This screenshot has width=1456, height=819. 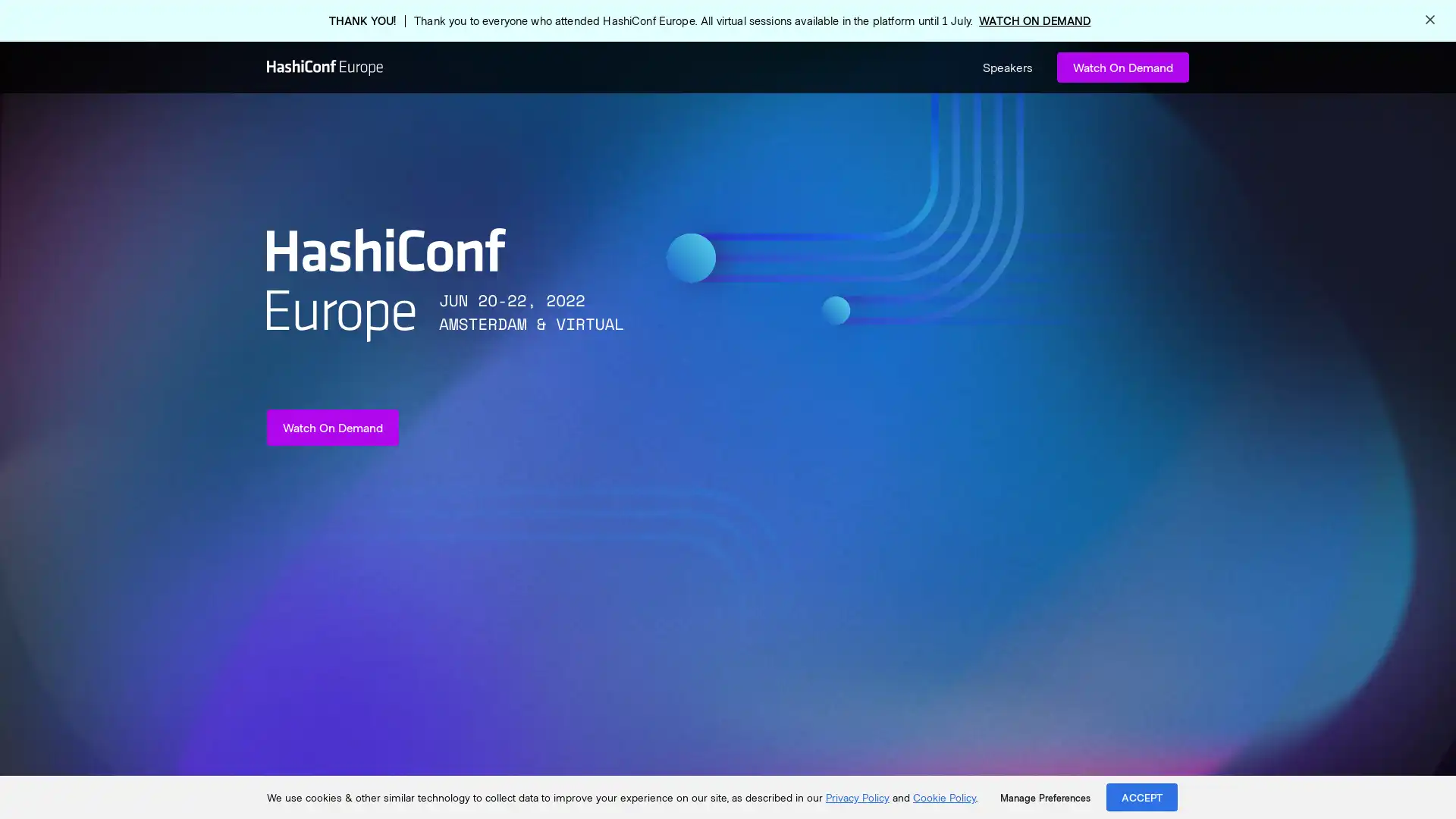 I want to click on ACCEPT, so click(x=1142, y=796).